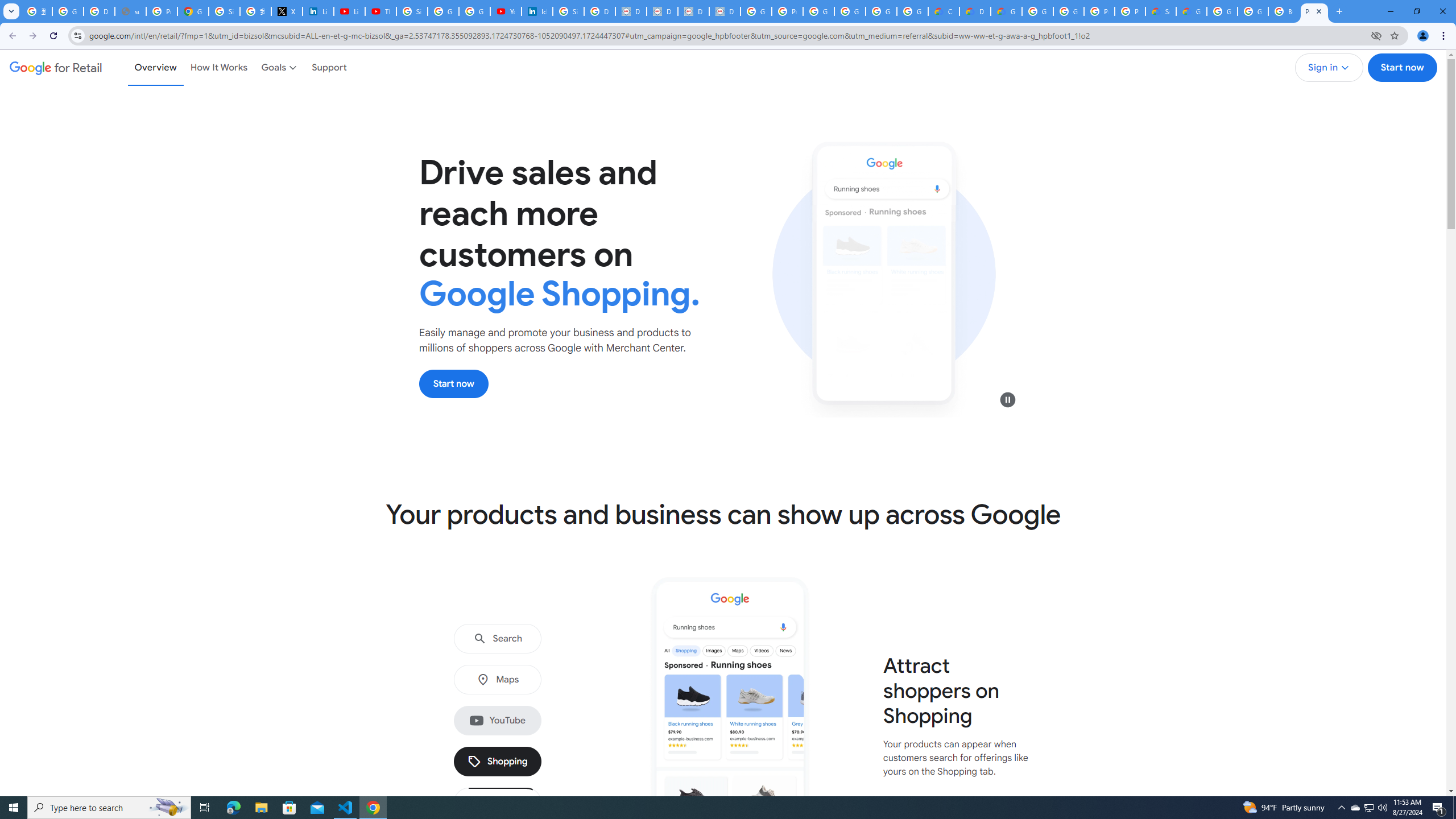 This screenshot has width=1456, height=819. I want to click on 'Google Cloud Platform', so click(1037, 11).